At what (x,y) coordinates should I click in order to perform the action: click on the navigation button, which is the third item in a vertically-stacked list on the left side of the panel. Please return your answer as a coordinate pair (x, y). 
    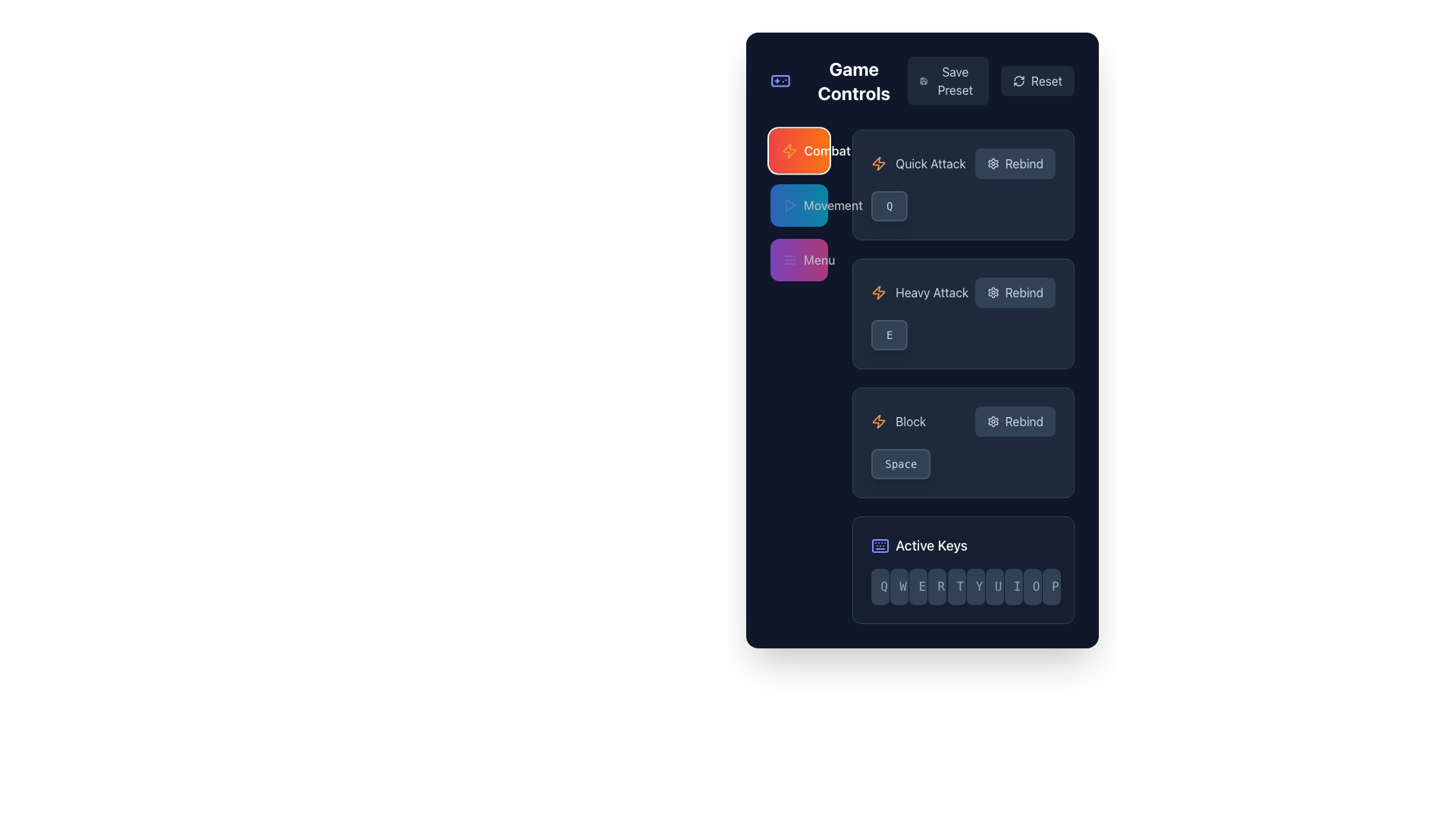
    Looking at the image, I should click on (799, 259).